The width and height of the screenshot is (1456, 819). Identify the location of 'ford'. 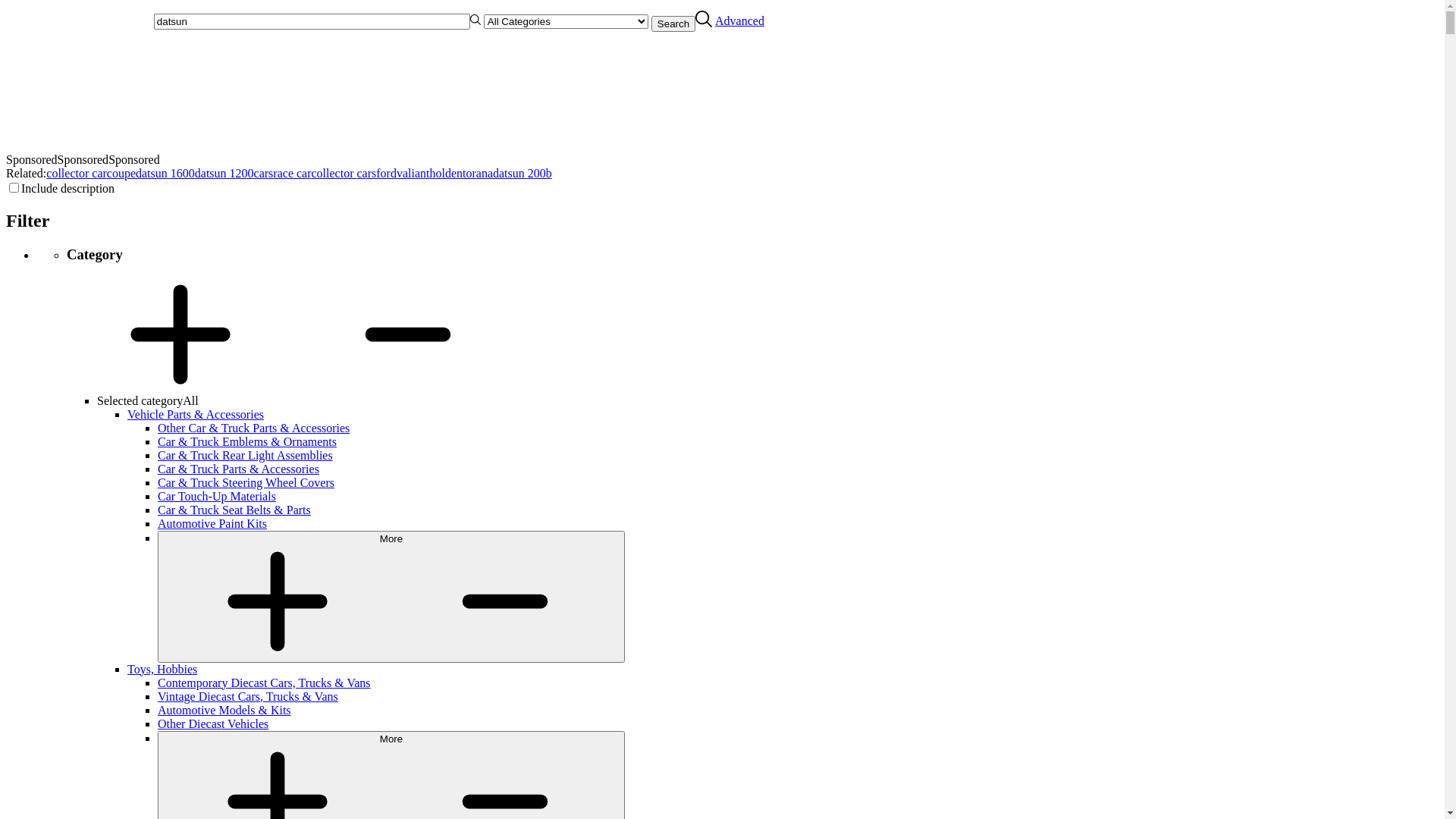
(386, 172).